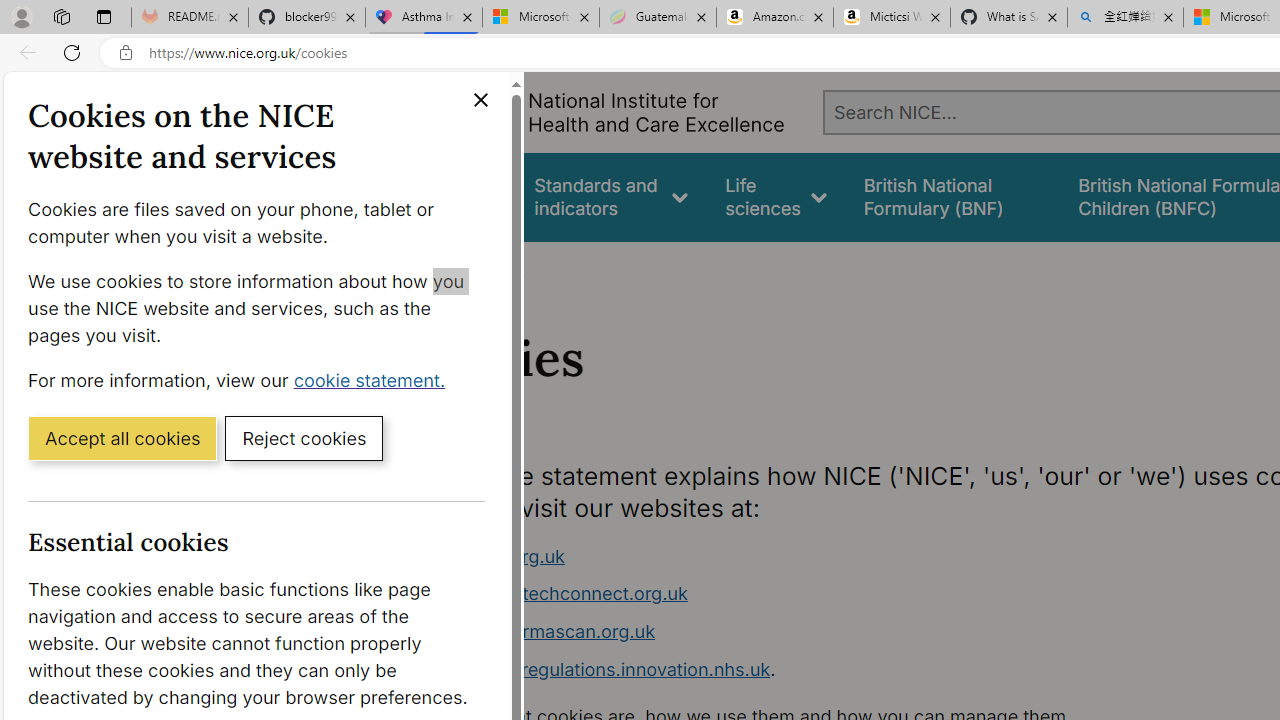 The image size is (1280, 720). What do you see at coordinates (373, 379) in the screenshot?
I see `'cookie statement. (Opens in a new window)'` at bounding box center [373, 379].